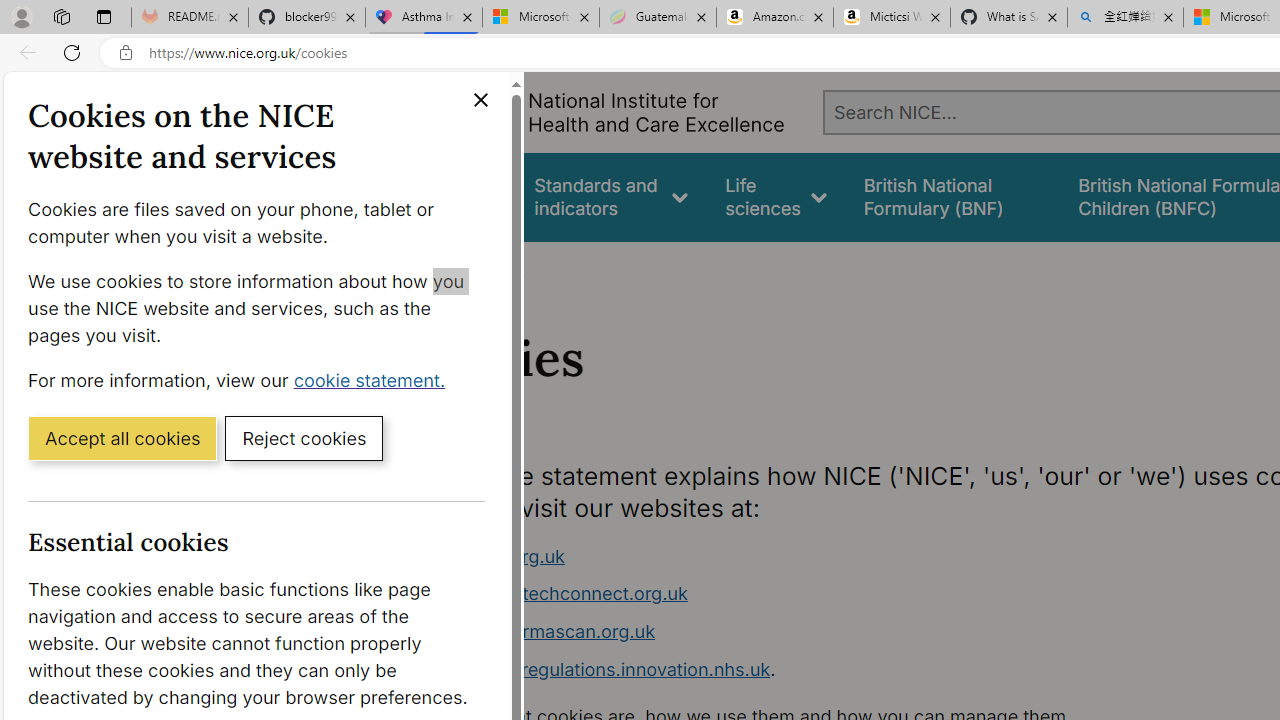 The image size is (1280, 720). What do you see at coordinates (373, 379) in the screenshot?
I see `'cookie statement. (Opens in a new window)'` at bounding box center [373, 379].